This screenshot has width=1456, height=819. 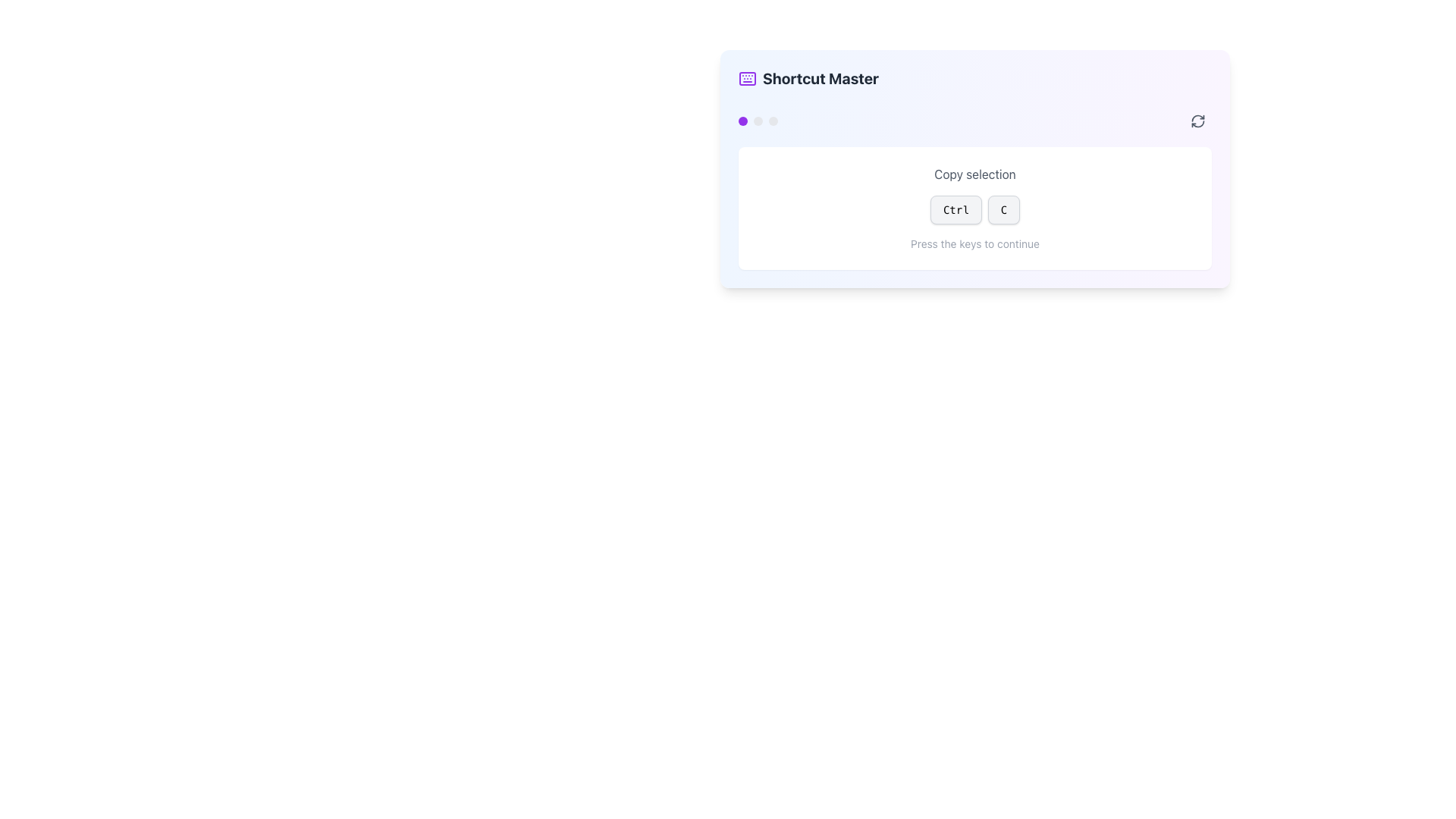 I want to click on the Navigation bar at the top of the module, so click(x=975, y=120).